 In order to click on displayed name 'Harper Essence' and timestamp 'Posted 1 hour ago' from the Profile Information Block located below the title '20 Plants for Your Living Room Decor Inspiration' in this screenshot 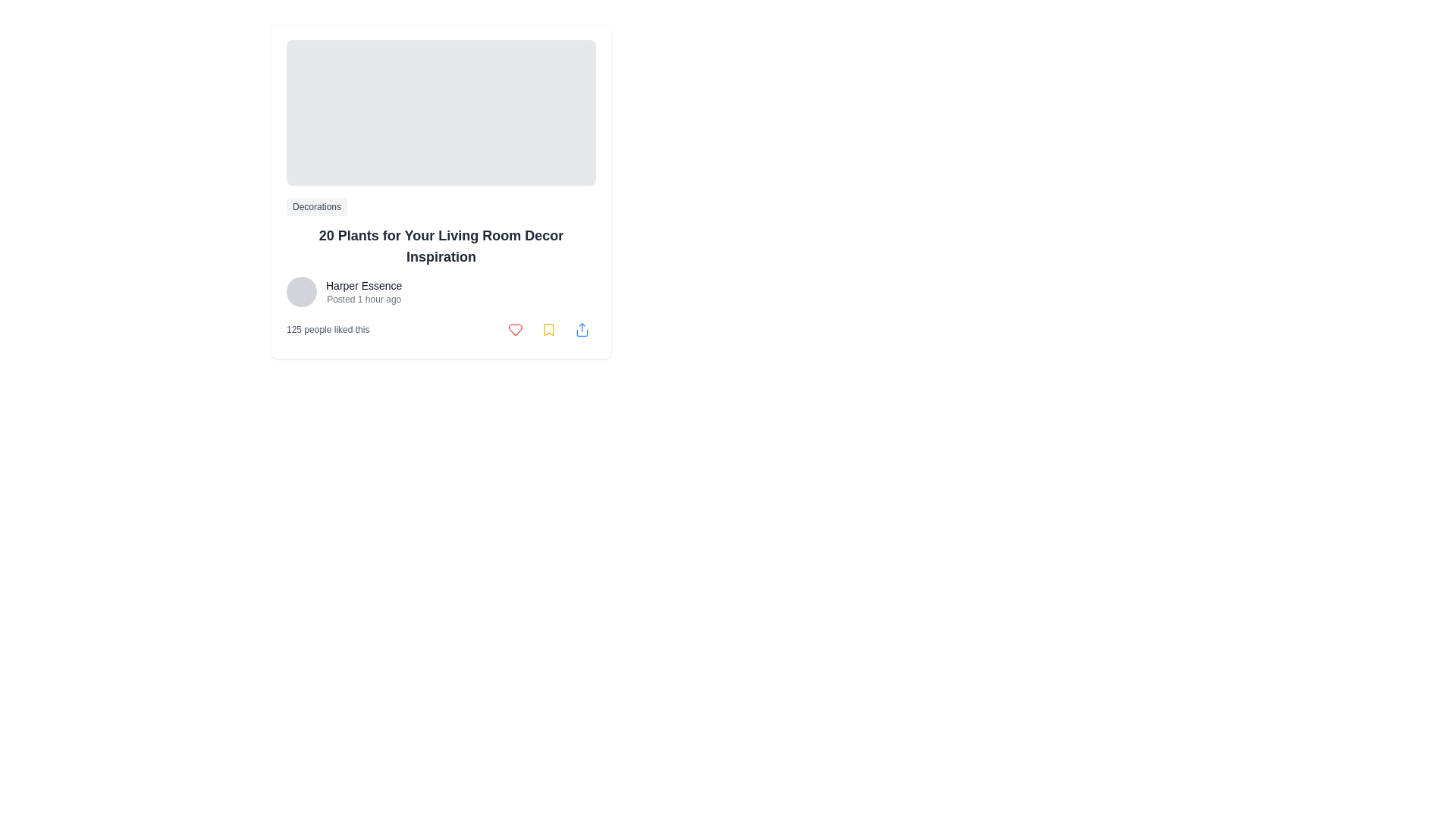, I will do `click(440, 292)`.